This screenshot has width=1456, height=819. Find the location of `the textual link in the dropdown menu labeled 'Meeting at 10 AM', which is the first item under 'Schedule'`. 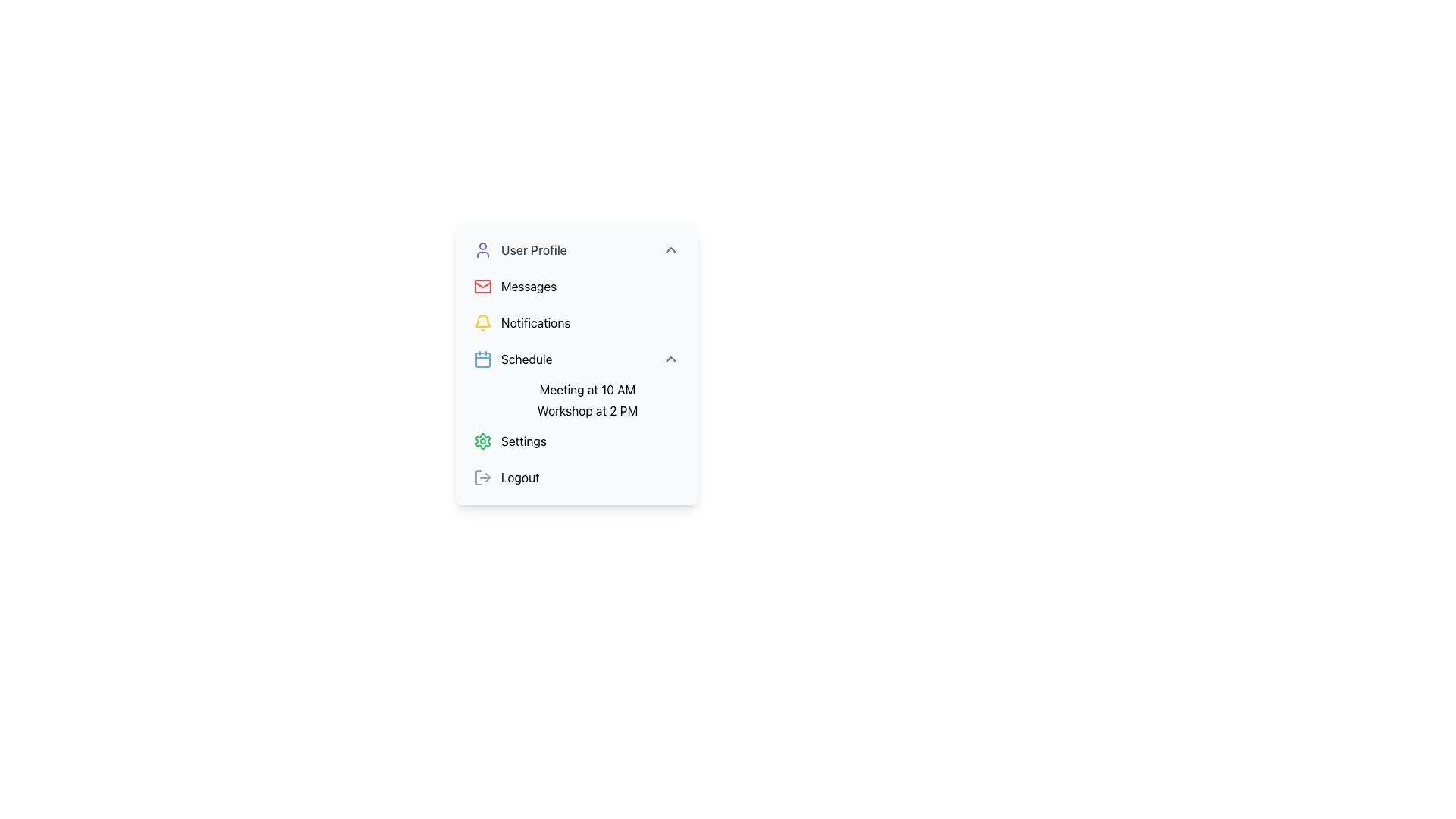

the textual link in the dropdown menu labeled 'Meeting at 10 AM', which is the first item under 'Schedule' is located at coordinates (586, 388).